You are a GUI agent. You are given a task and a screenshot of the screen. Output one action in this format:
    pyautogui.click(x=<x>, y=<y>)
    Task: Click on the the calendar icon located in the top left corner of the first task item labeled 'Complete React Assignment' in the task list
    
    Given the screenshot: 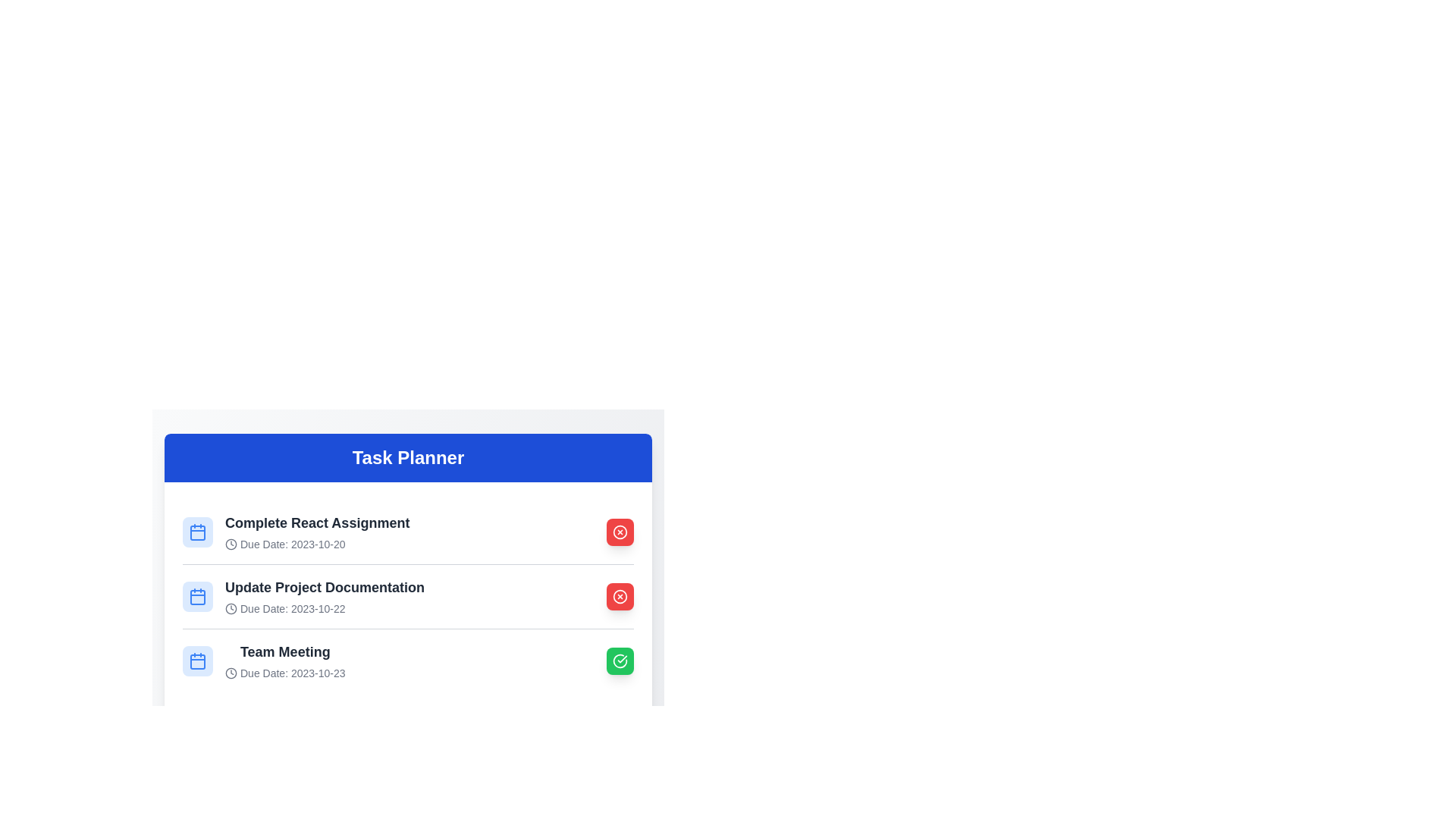 What is the action you would take?
    pyautogui.click(x=196, y=532)
    